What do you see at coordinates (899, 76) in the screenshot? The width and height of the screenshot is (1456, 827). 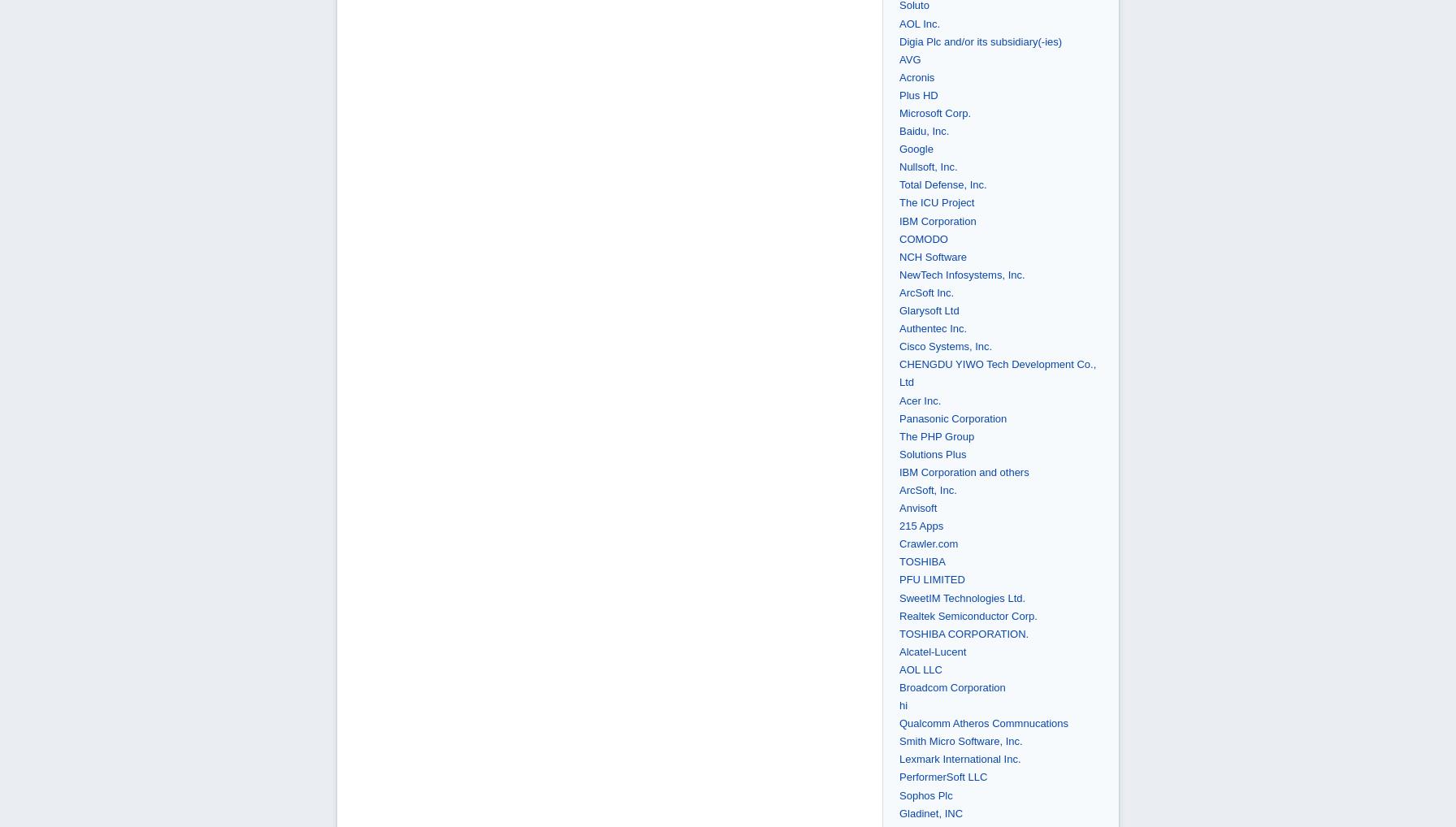 I see `'Acronis'` at bounding box center [899, 76].